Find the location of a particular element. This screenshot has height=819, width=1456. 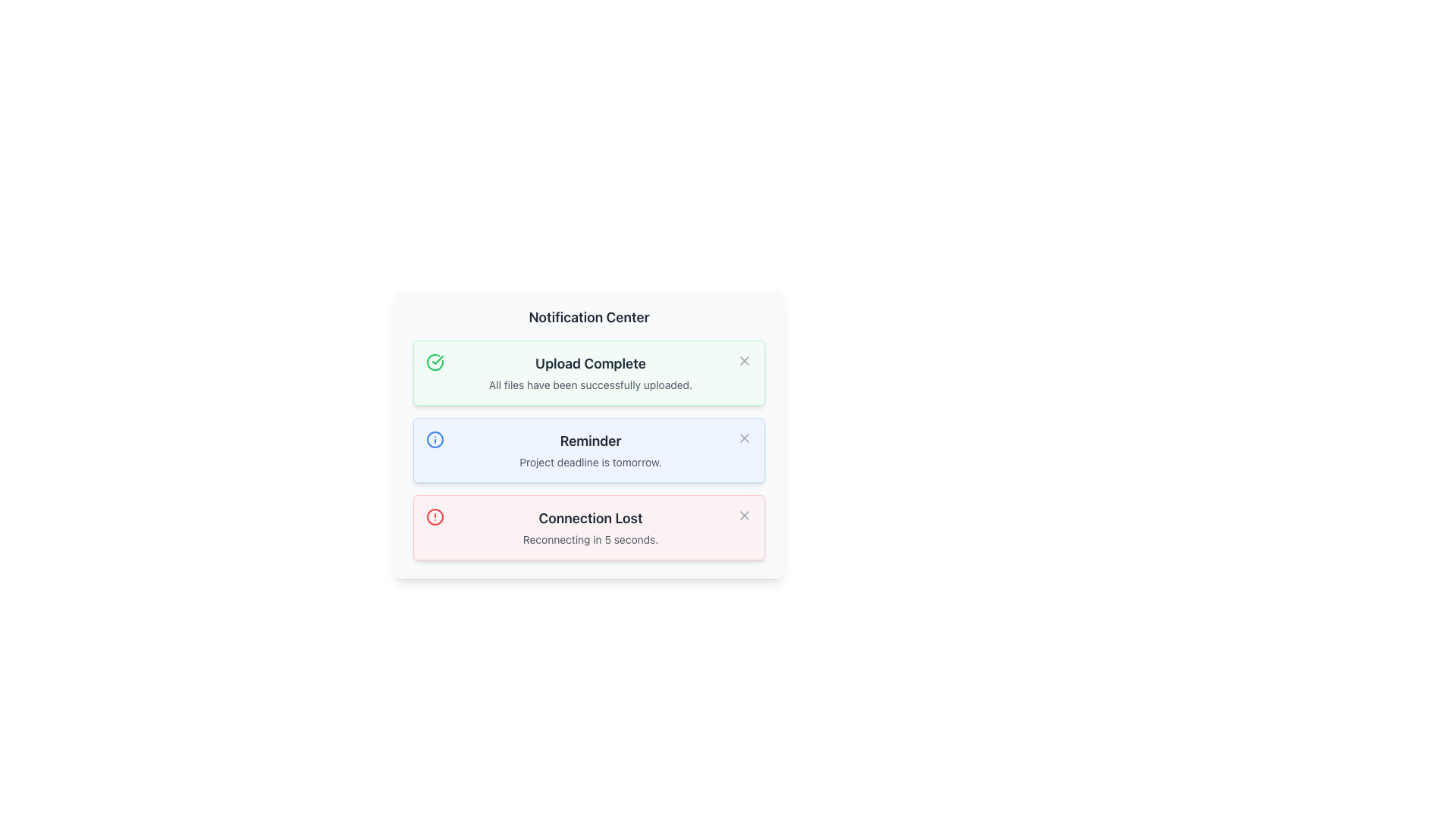

the diagonal cross-shaped icon within the 'Reminder' card in the notification panel is located at coordinates (745, 438).